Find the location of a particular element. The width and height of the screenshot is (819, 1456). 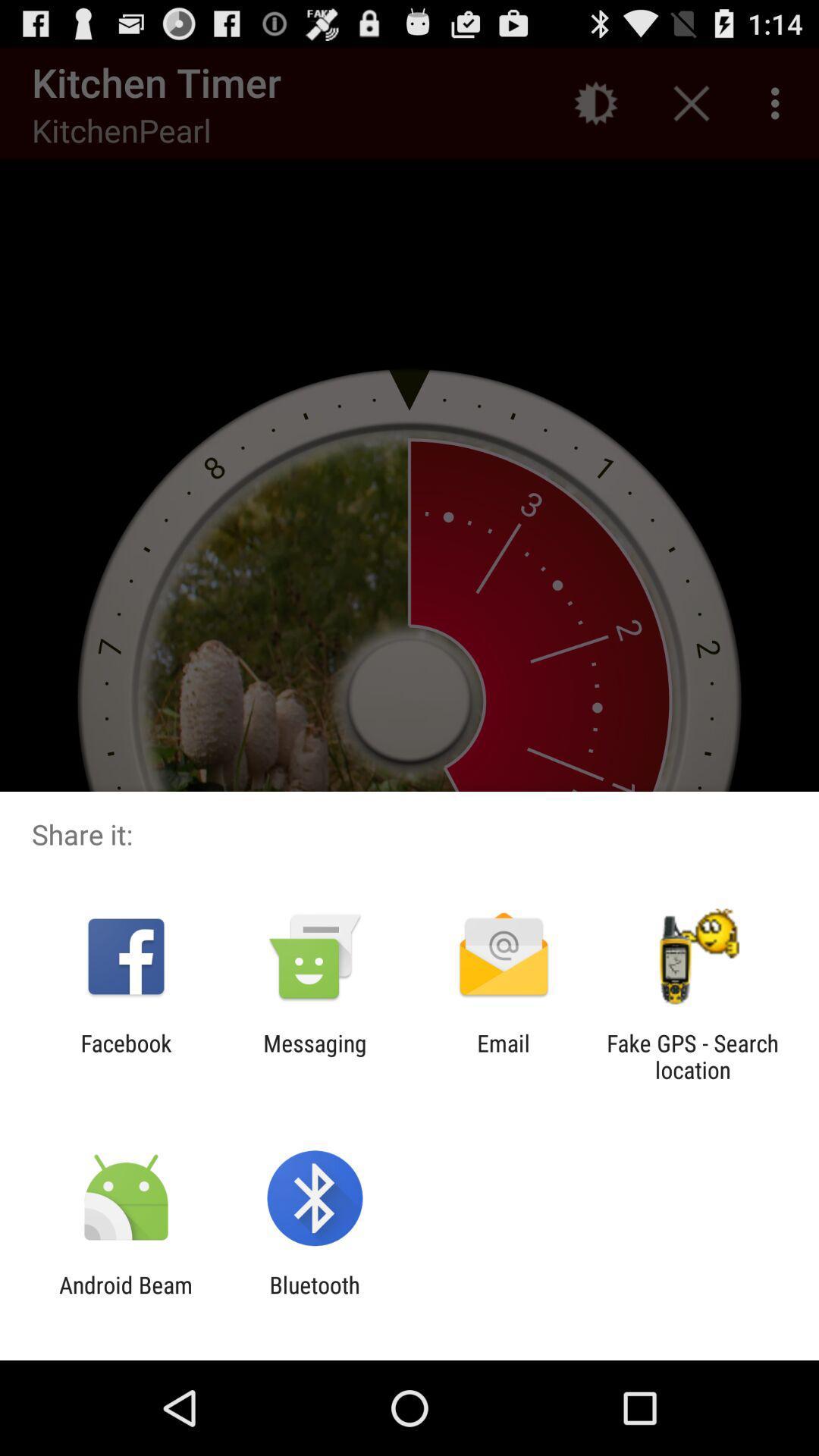

the fake gps search item is located at coordinates (692, 1056).